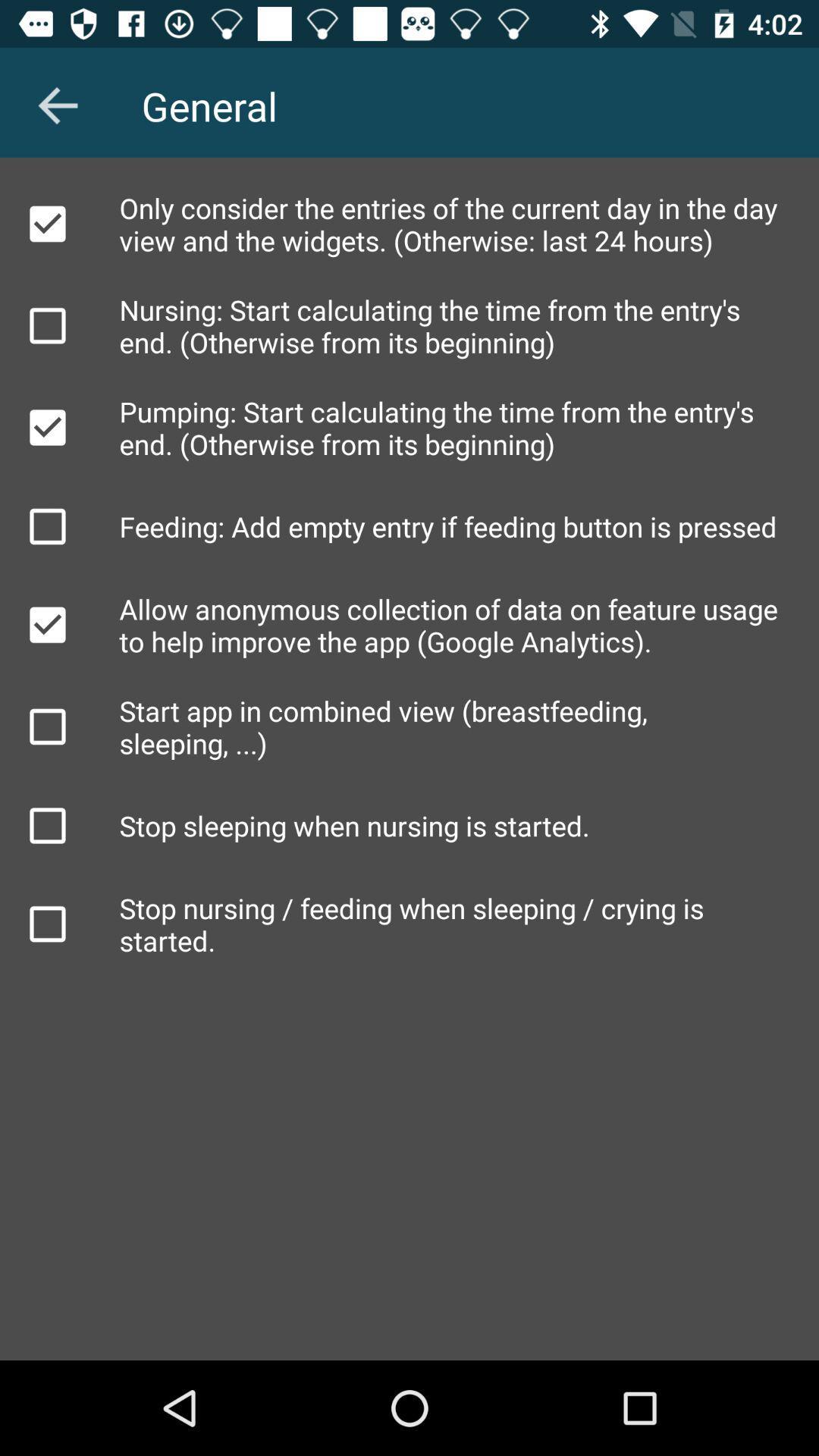  I want to click on the square, so click(46, 825).